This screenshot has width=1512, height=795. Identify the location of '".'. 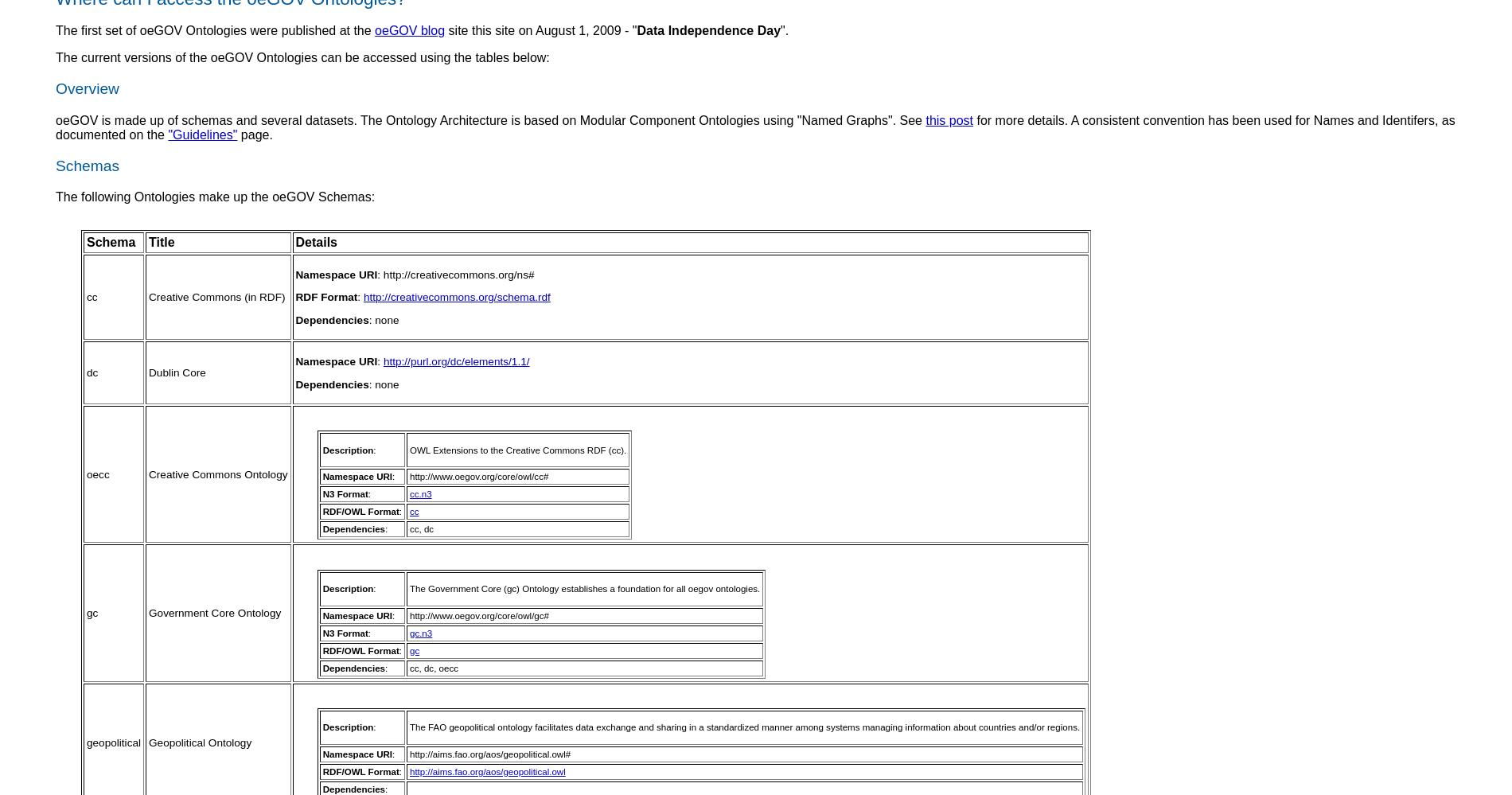
(784, 30).